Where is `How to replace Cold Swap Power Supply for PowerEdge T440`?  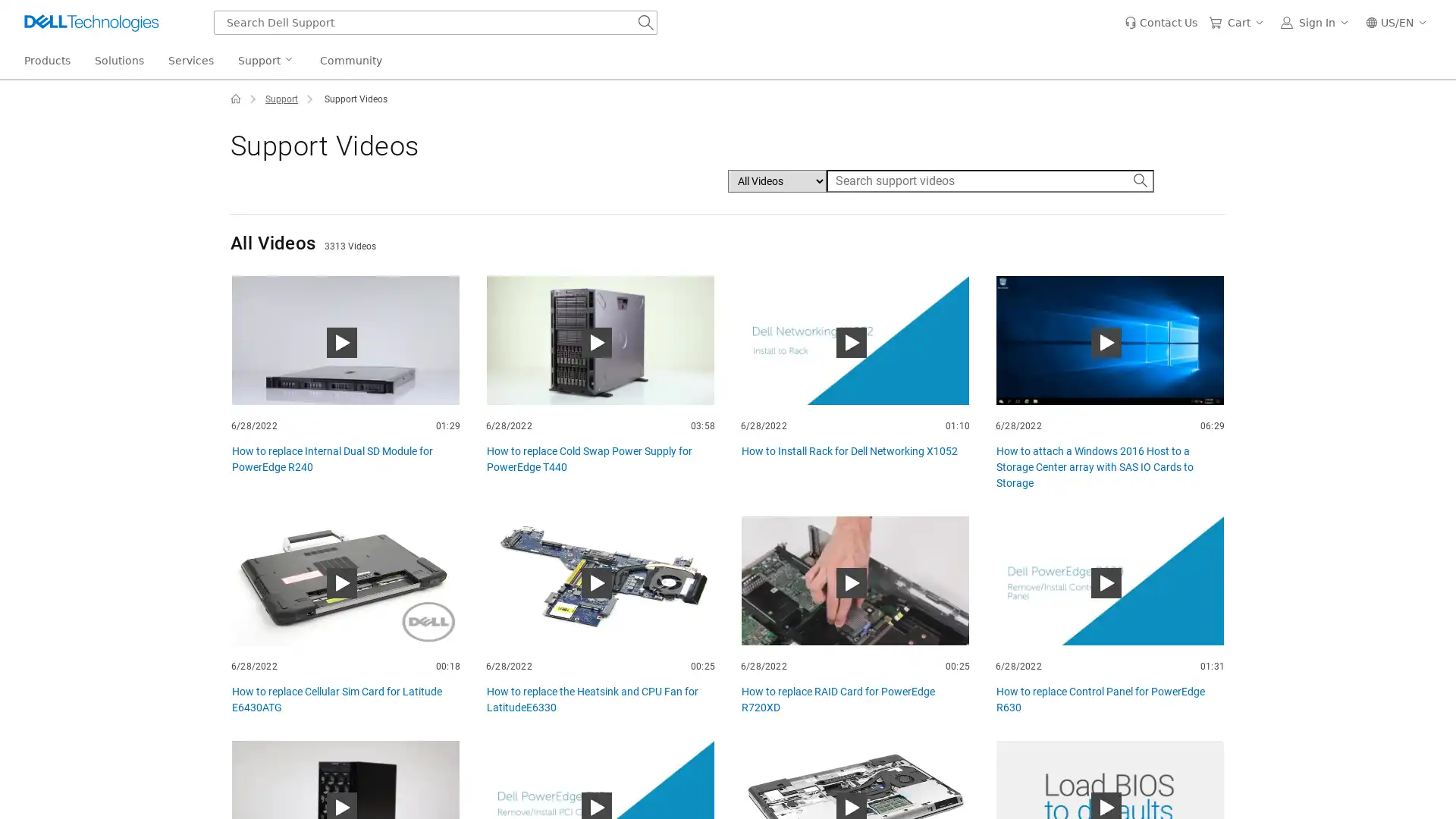 How to replace Cold Swap Power Supply for PowerEdge T440 is located at coordinates (600, 458).